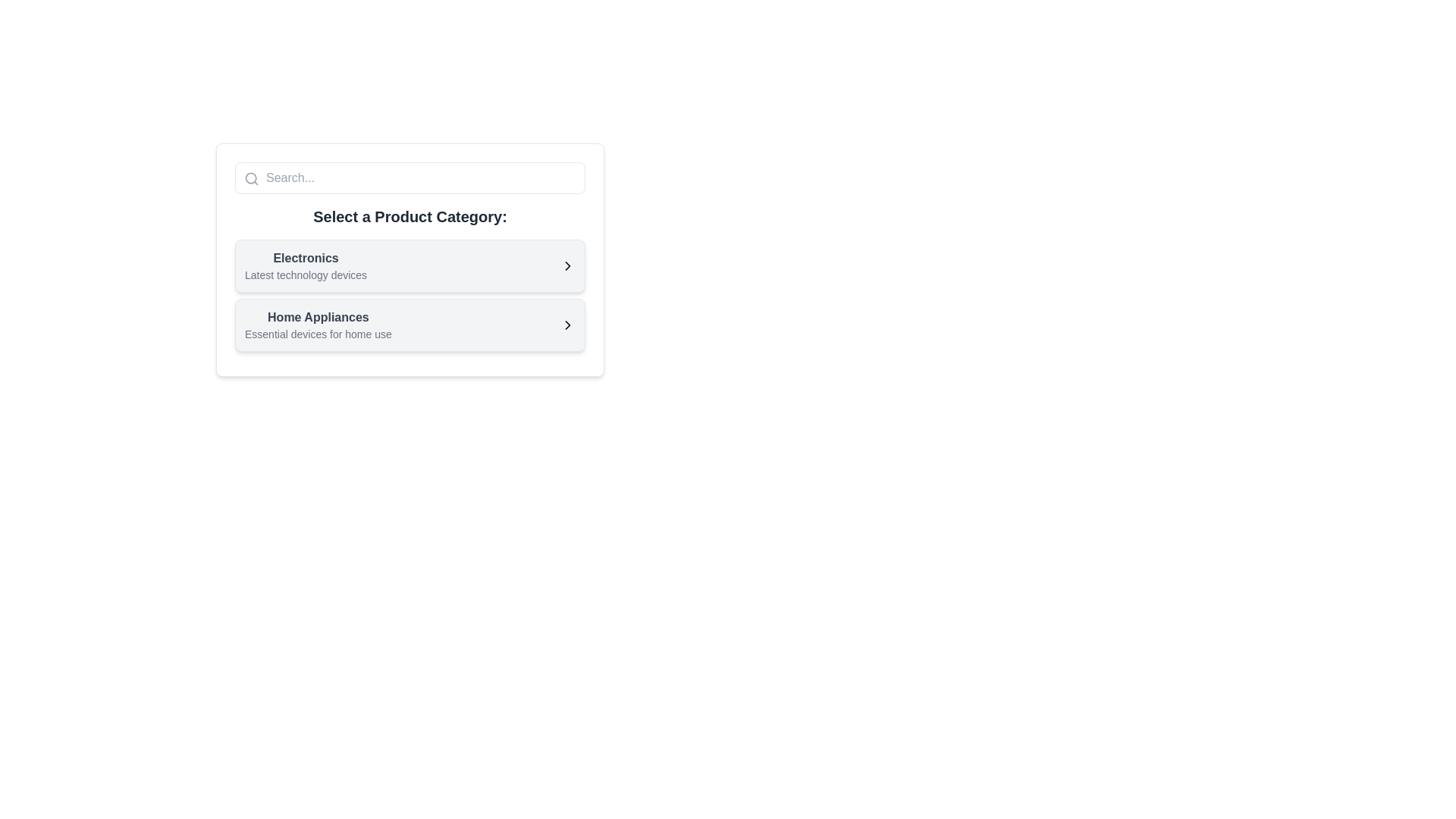  What do you see at coordinates (305, 265) in the screenshot?
I see `the 'Electronics' category label in the first row of the list, which indicates a section related to the latest technology devices` at bounding box center [305, 265].